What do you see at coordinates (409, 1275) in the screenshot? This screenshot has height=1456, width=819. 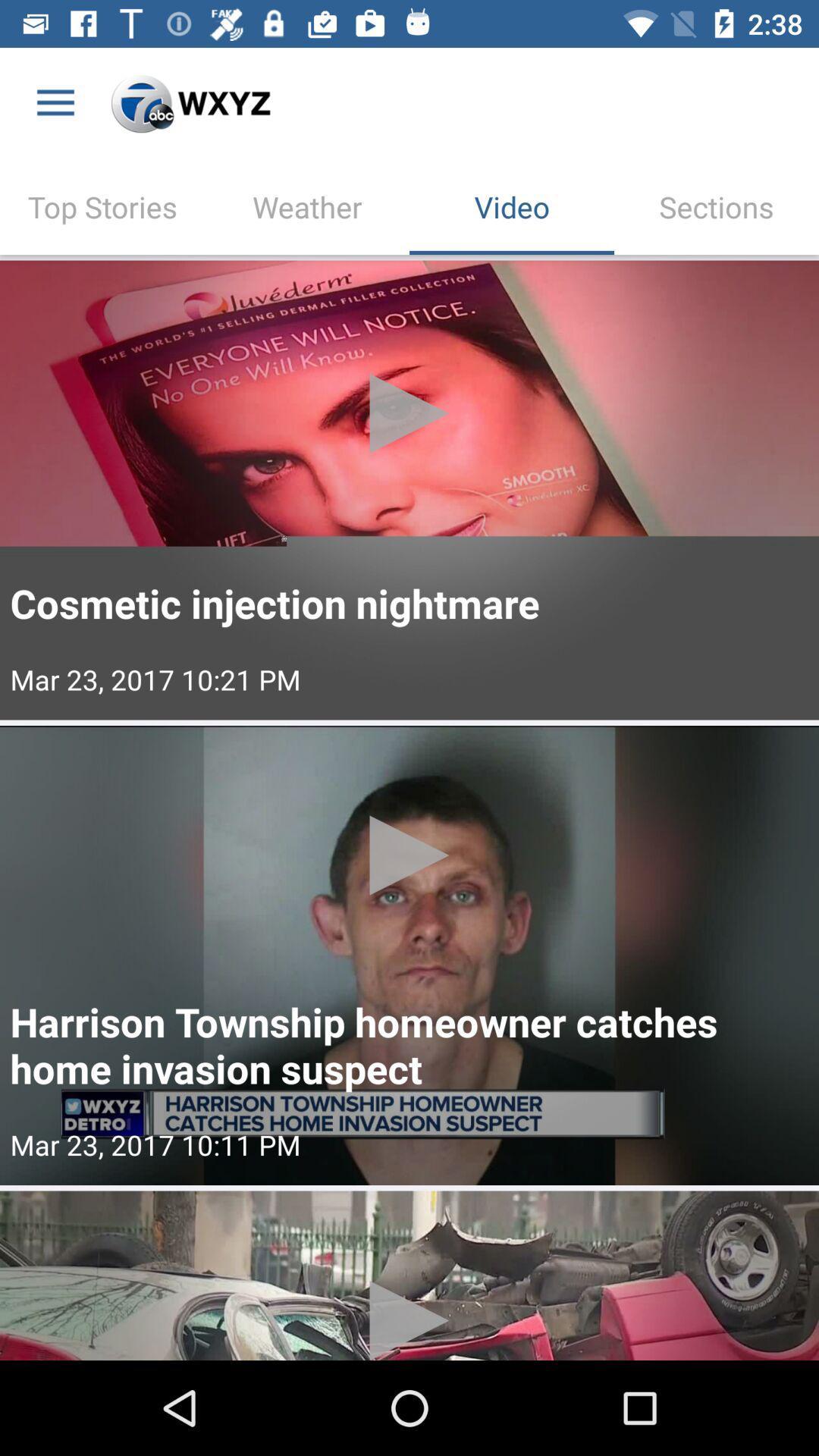 I see `image` at bounding box center [409, 1275].